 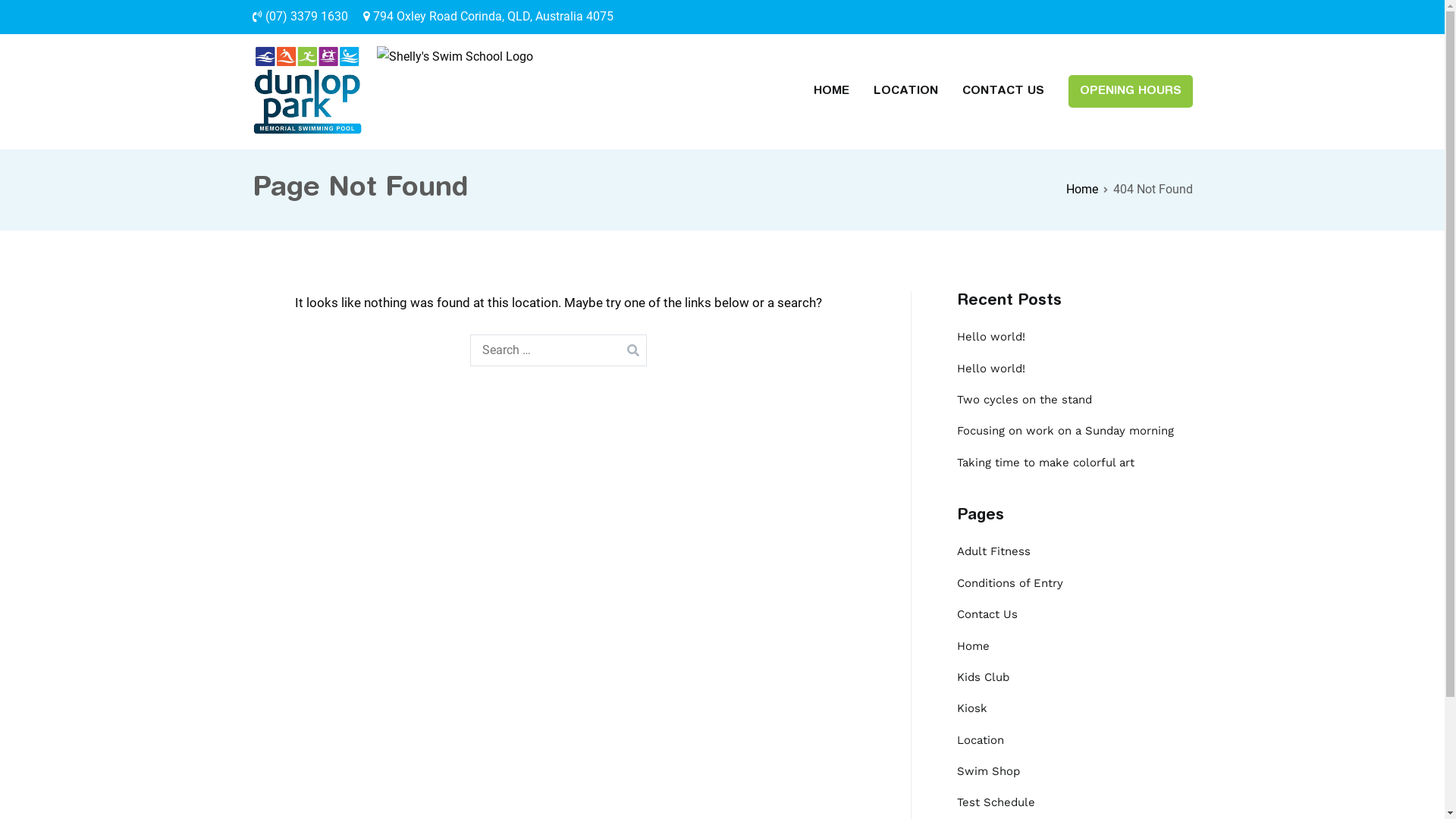 What do you see at coordinates (971, 708) in the screenshot?
I see `'Kiosk'` at bounding box center [971, 708].